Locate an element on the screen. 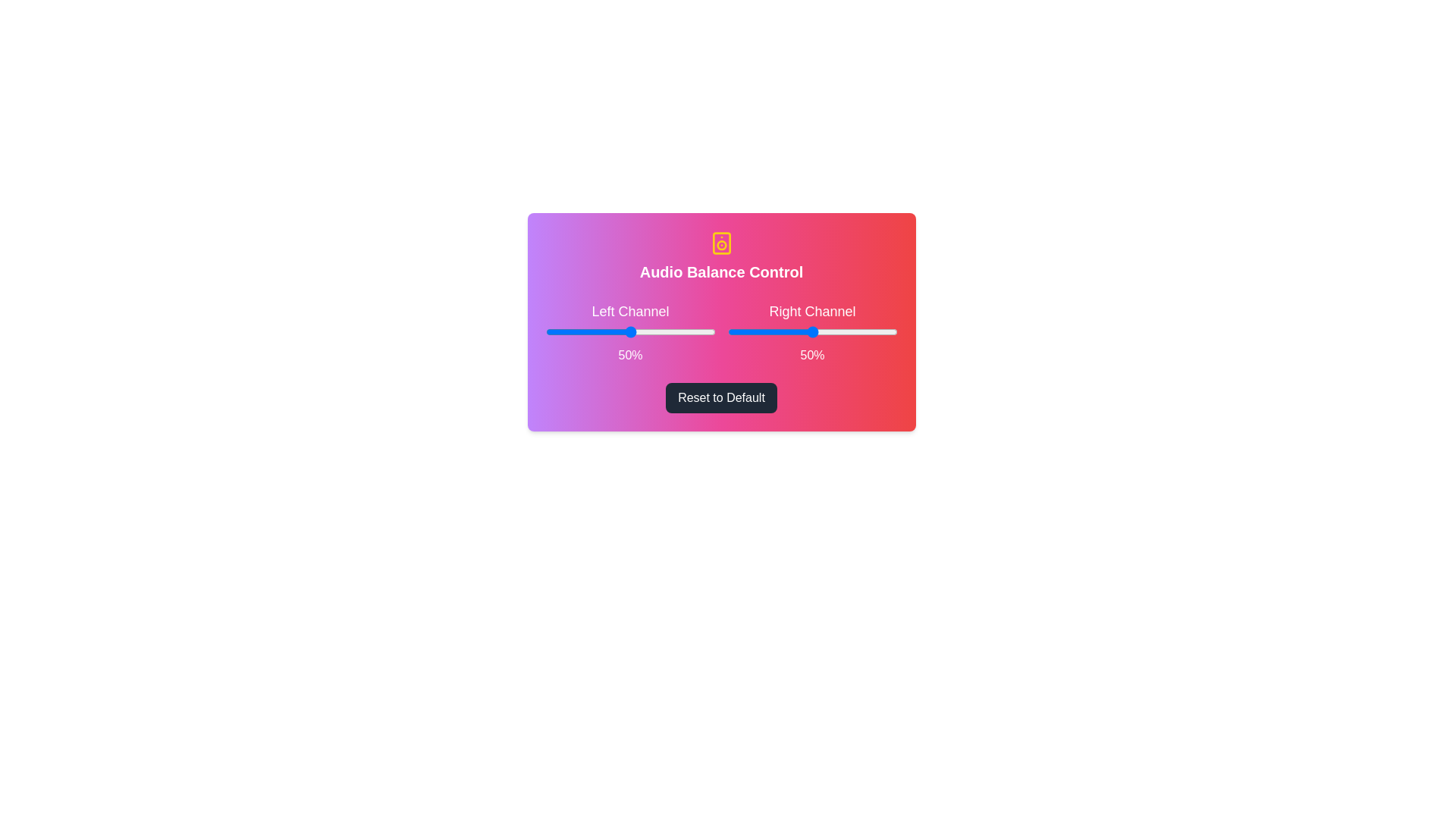  the right channel slider to set the volume to 97% is located at coordinates (892, 331).